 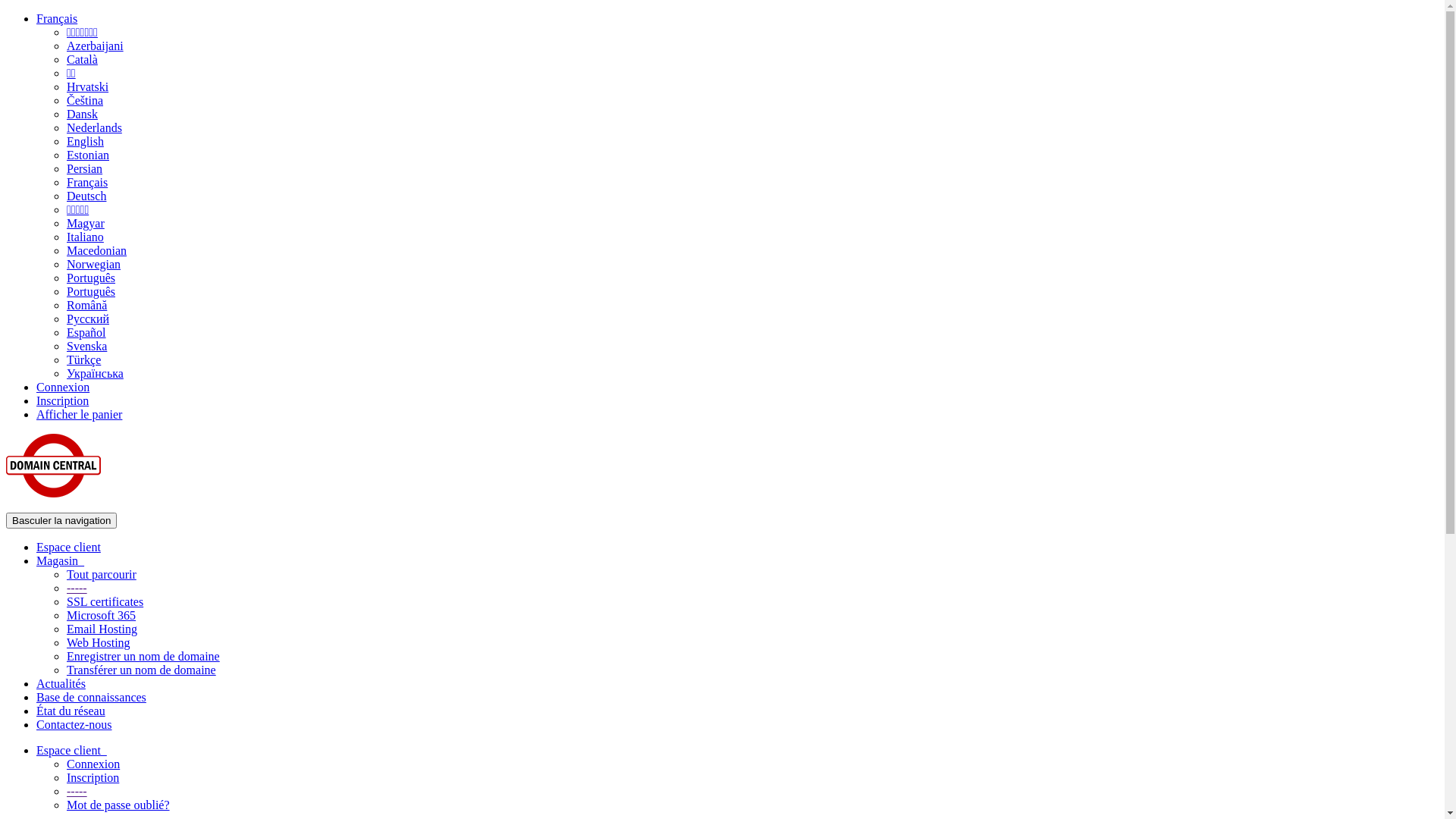 I want to click on 'Domain Central ANZ', so click(x=6, y=464).